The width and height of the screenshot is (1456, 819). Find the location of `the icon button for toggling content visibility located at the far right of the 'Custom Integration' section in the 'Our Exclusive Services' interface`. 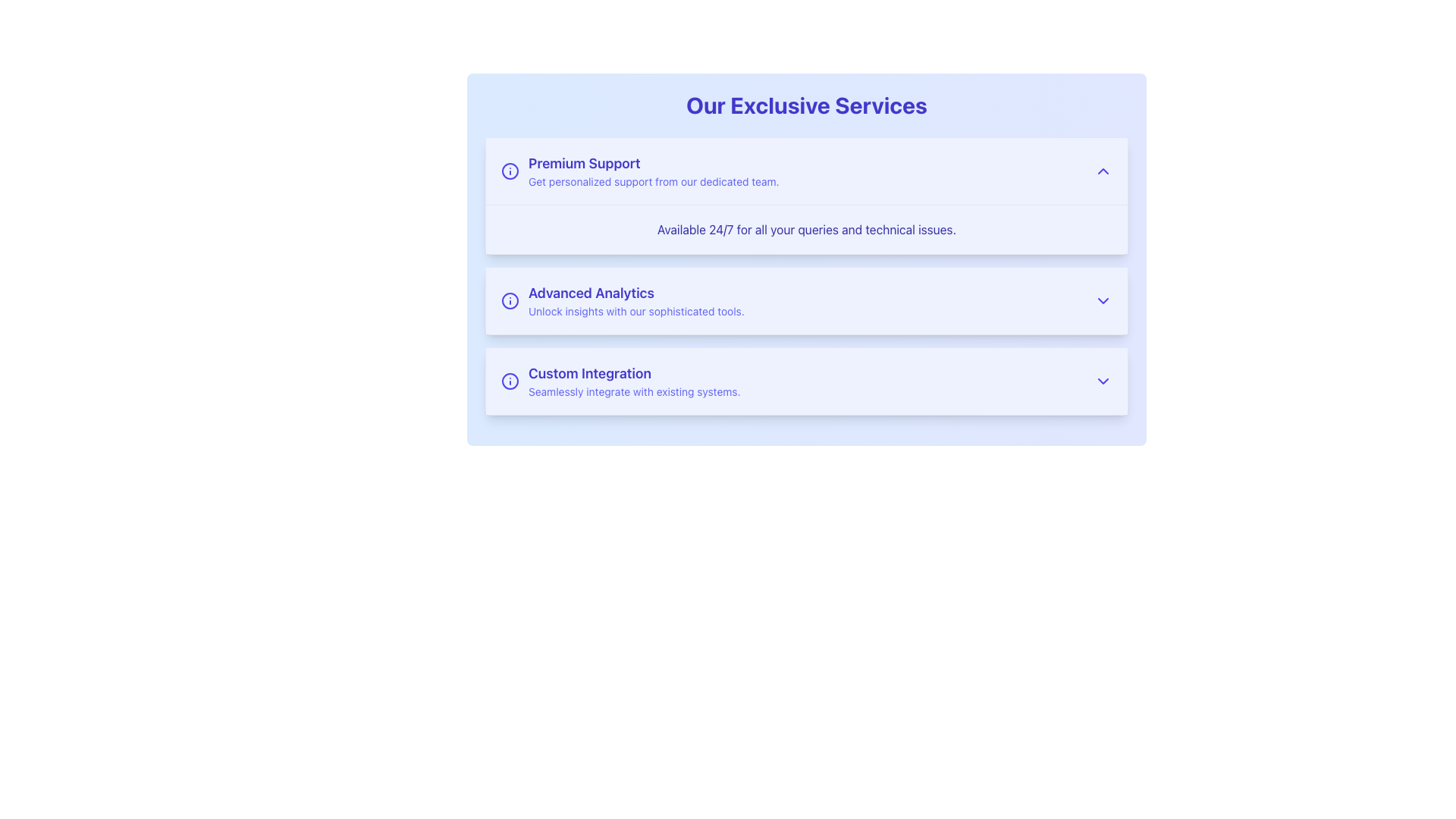

the icon button for toggling content visibility located at the far right of the 'Custom Integration' section in the 'Our Exclusive Services' interface is located at coordinates (1103, 380).